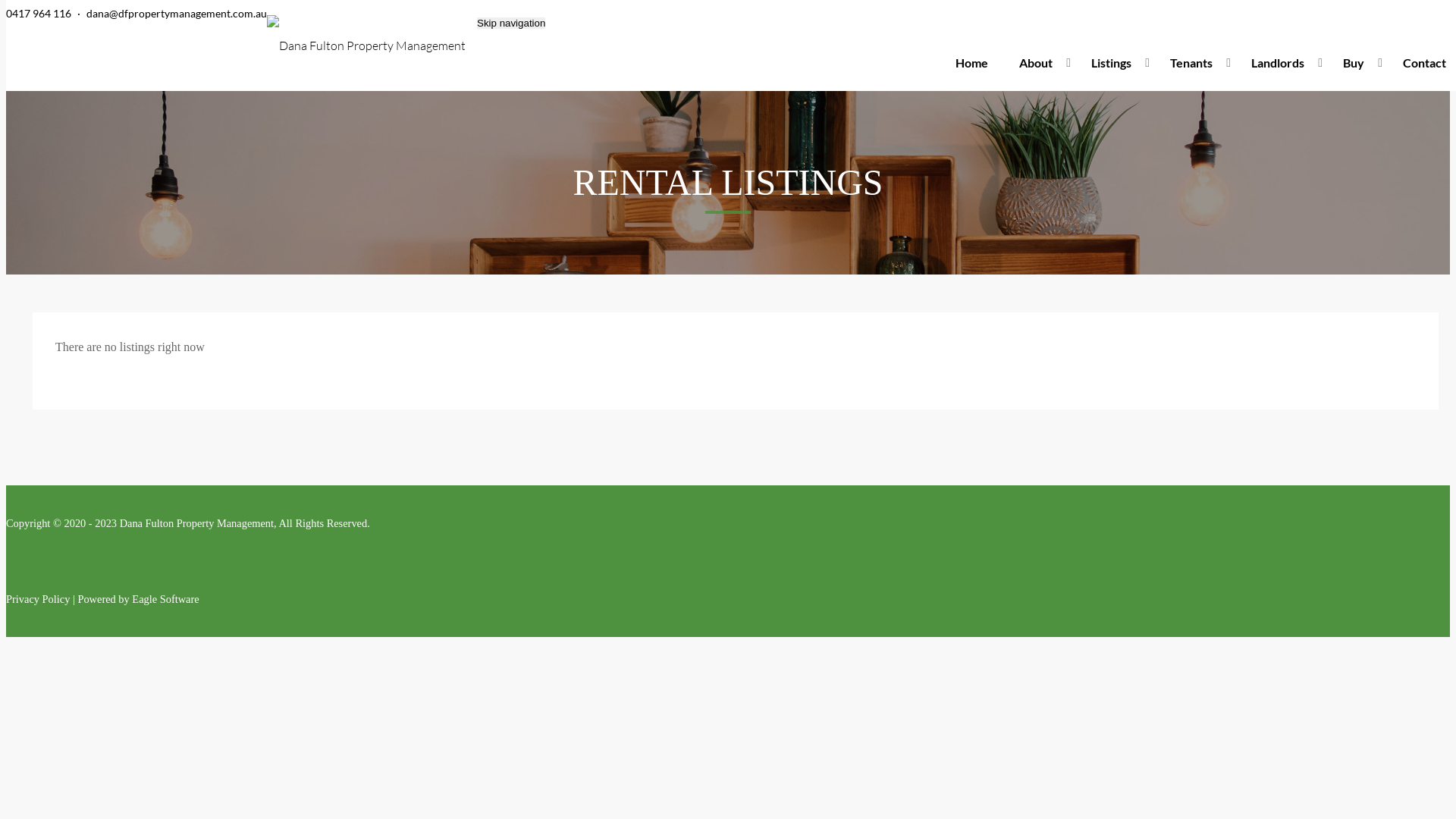 This screenshot has width=1456, height=819. Describe the element at coordinates (177, 13) in the screenshot. I see `'dana@dfpropertymanagement.com.au'` at that location.